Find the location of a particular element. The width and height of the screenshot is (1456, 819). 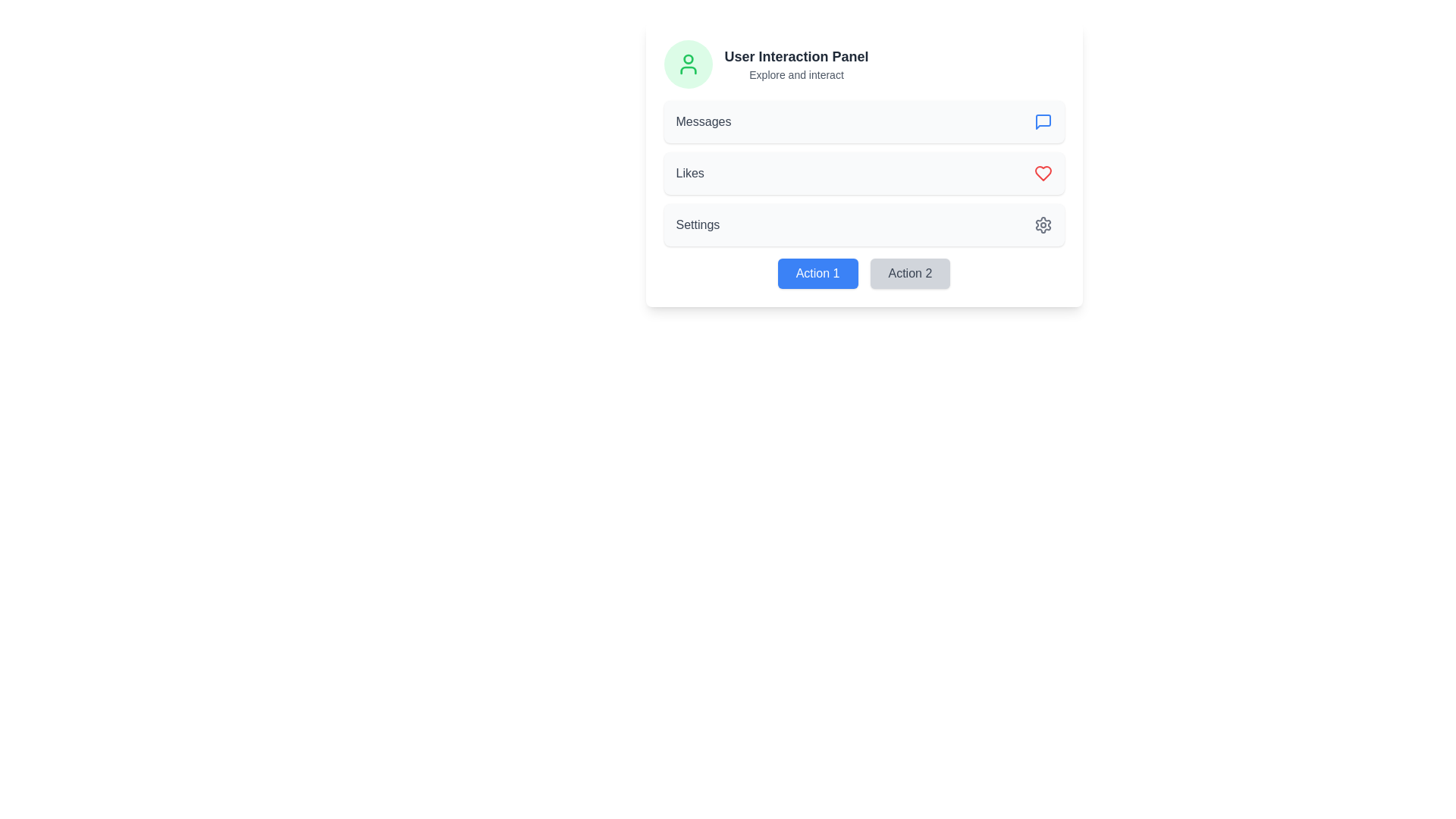

the user avatar icon located at the top left corner of the 'User Interaction Panel', adjacent to the text 'User Interaction Panel' and 'Explore and interact' is located at coordinates (687, 63).